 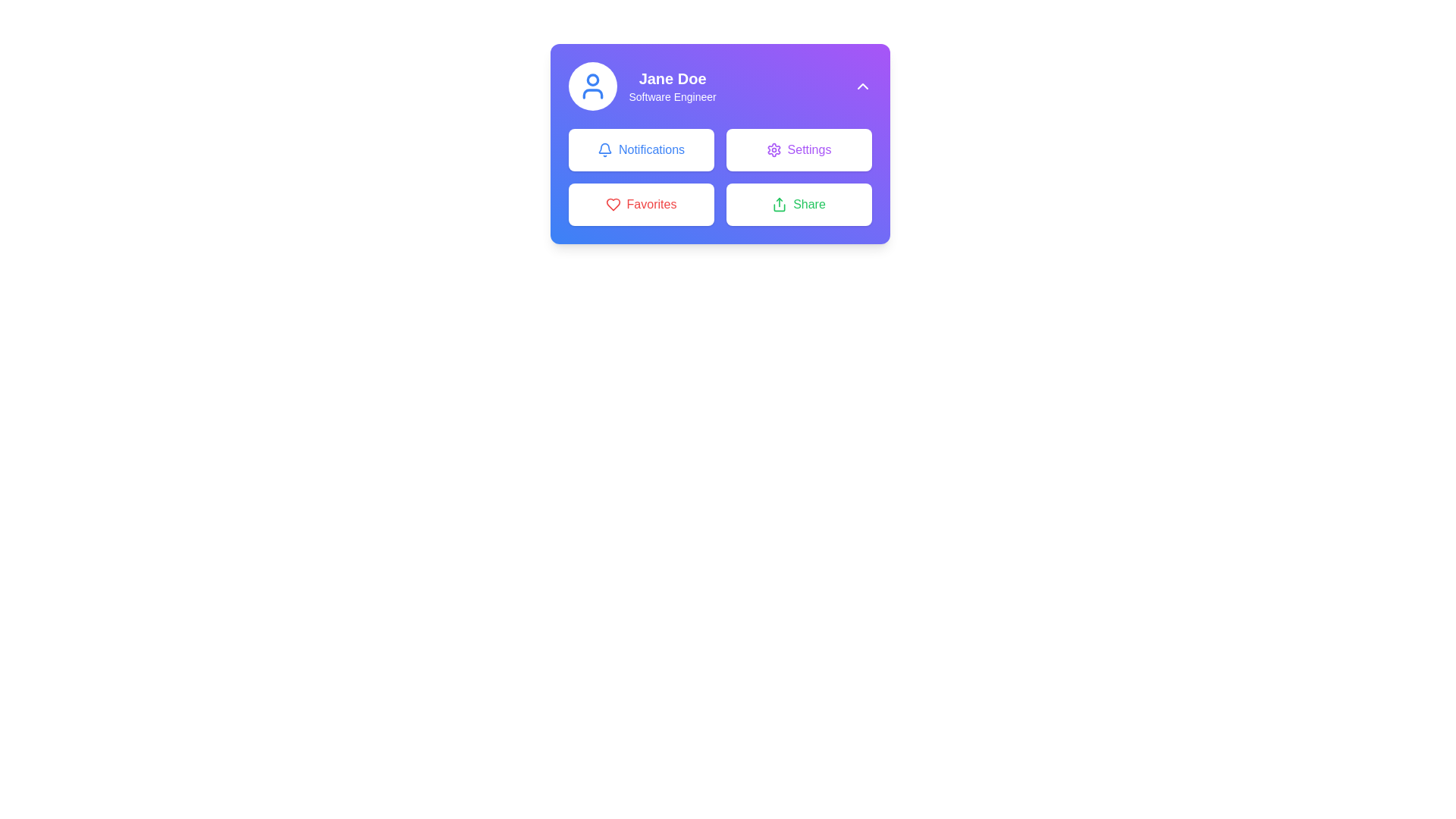 What do you see at coordinates (591, 86) in the screenshot?
I see `the avatar image located in the top left corner of the profile card layout, which represents the user's profile section, to initiate a profile-related action` at bounding box center [591, 86].